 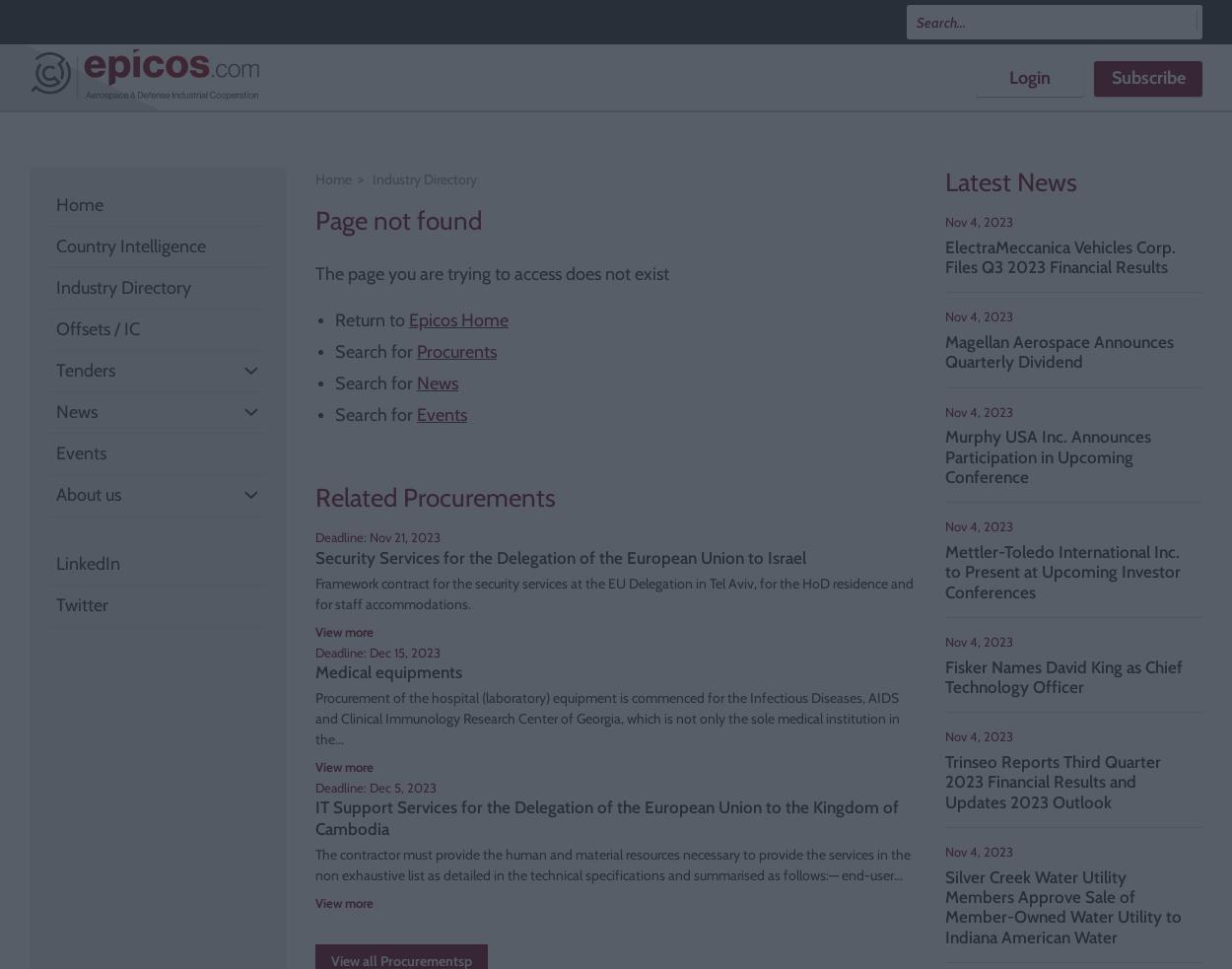 What do you see at coordinates (388, 671) in the screenshot?
I see `'Medical equipments'` at bounding box center [388, 671].